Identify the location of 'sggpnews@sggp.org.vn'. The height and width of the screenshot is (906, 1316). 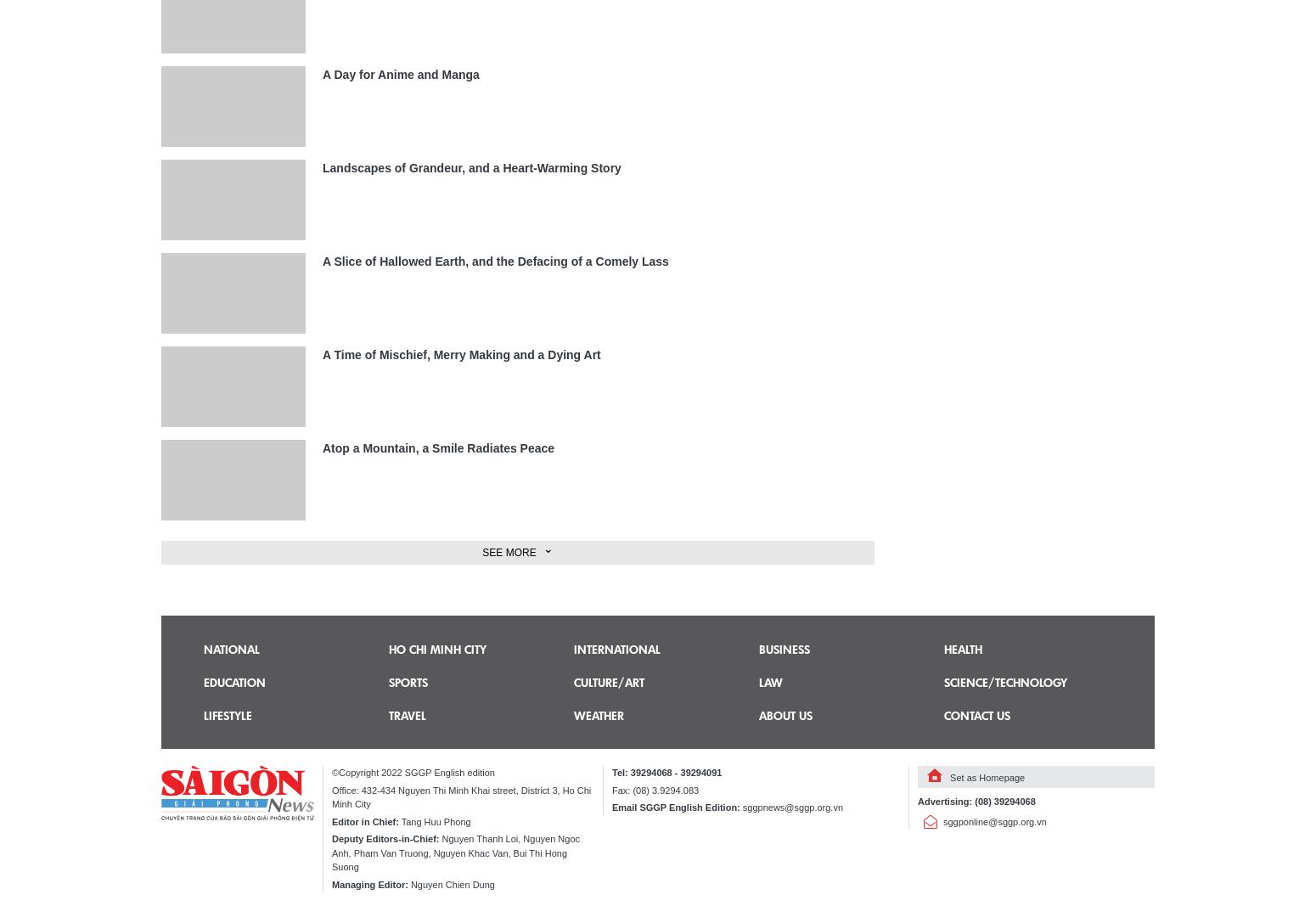
(791, 808).